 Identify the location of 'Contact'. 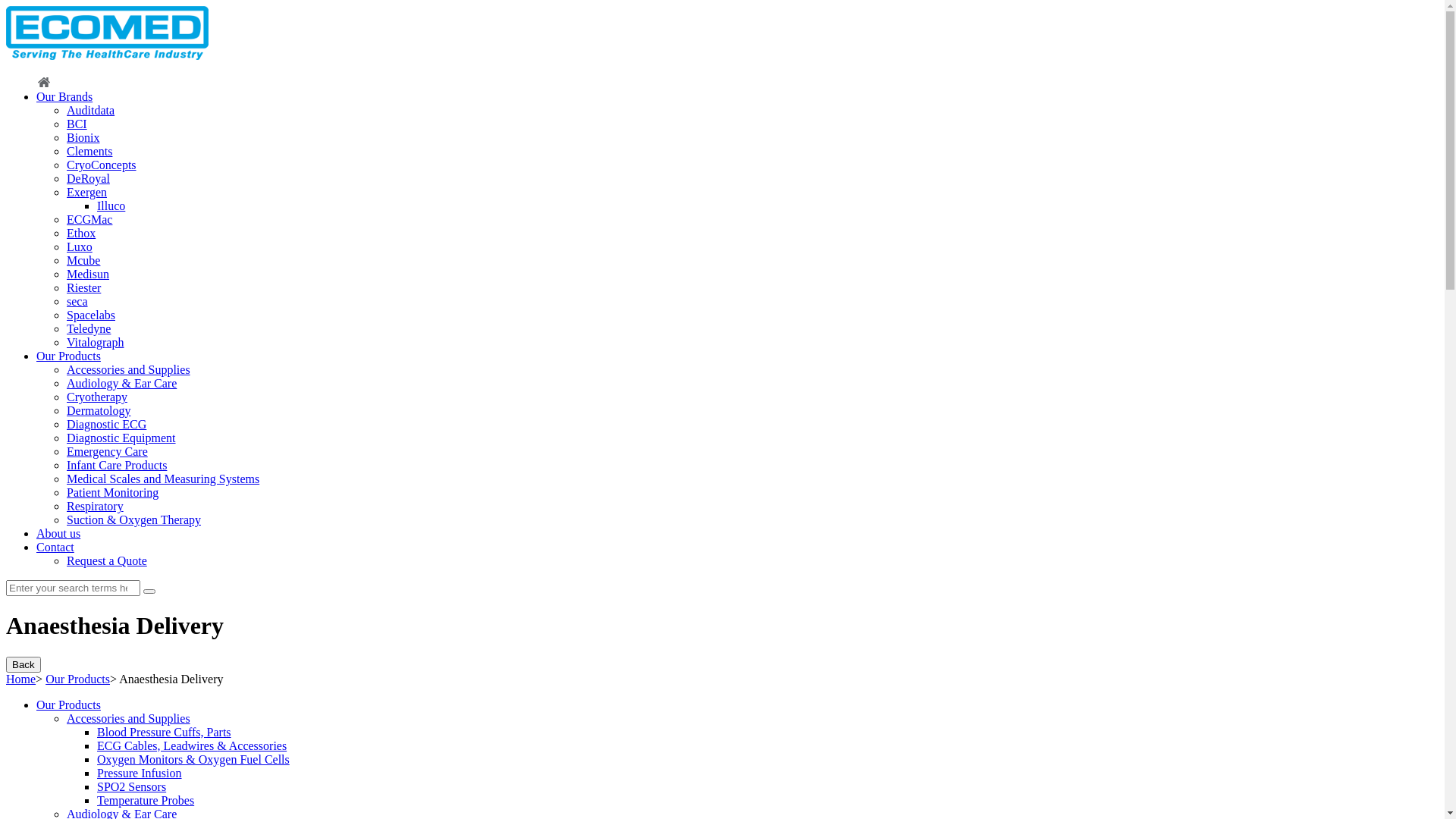
(55, 547).